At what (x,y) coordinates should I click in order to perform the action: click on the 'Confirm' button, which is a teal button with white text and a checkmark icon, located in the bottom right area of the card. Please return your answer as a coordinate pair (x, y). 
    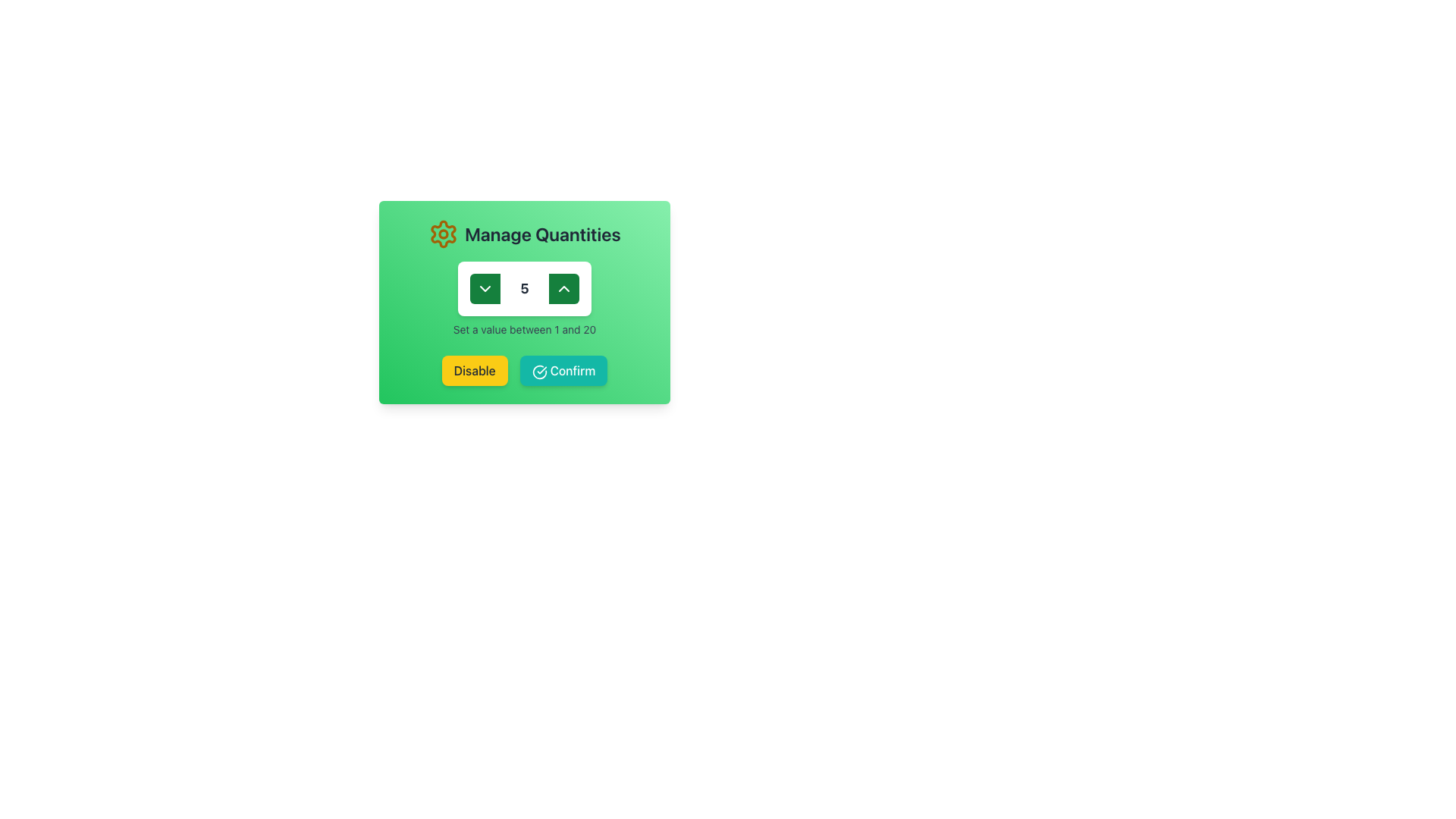
    Looking at the image, I should click on (563, 371).